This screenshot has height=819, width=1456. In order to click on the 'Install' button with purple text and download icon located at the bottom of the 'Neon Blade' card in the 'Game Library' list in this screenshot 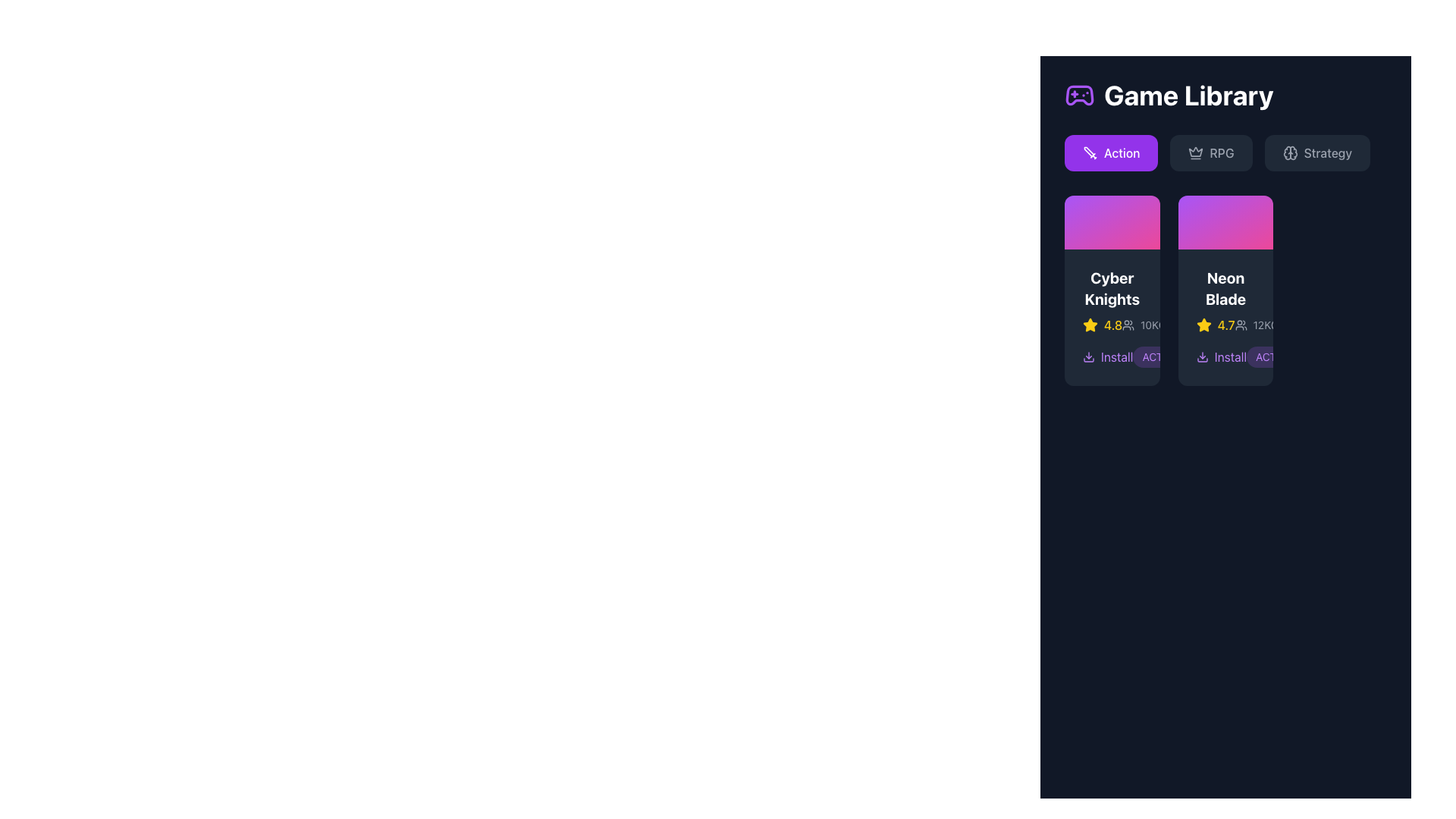, I will do `click(1225, 356)`.